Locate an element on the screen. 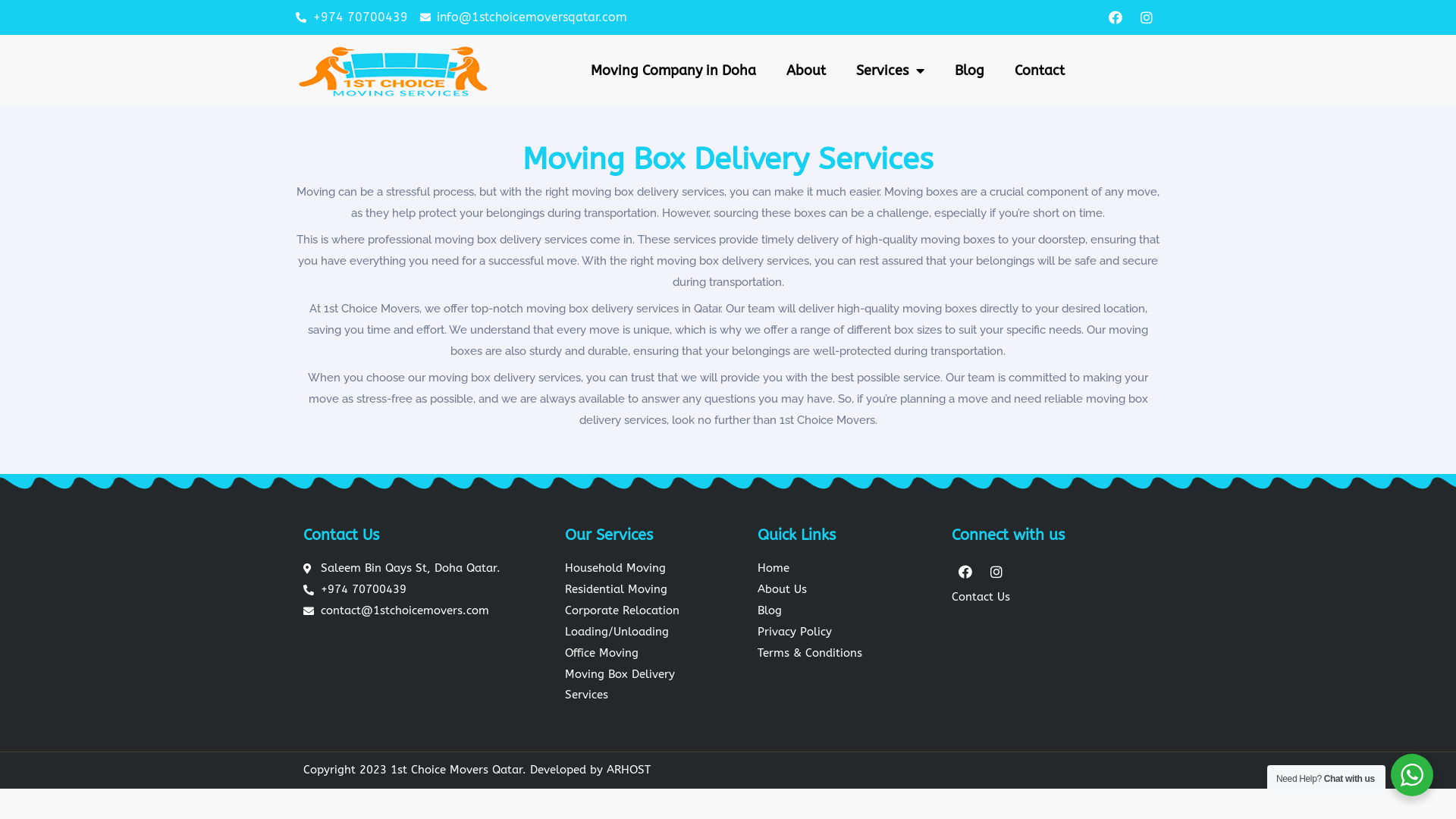 The width and height of the screenshot is (1456, 819). '+974 70700439' is located at coordinates (295, 17).